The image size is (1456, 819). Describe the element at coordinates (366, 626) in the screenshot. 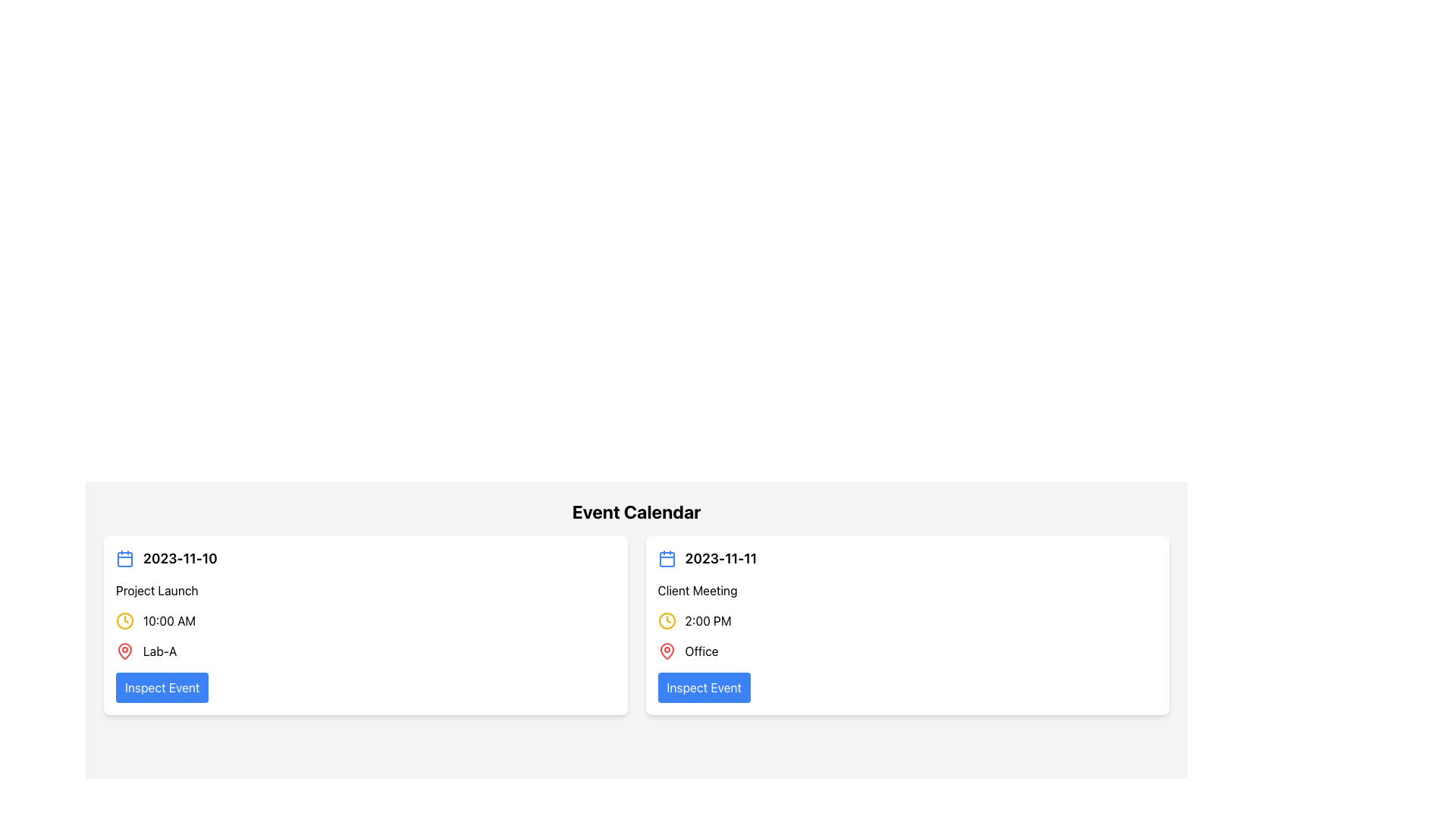

I see `event details from the first card in the two-column grid layout, which displays the date, title, time, location, and an action button for more information` at that location.